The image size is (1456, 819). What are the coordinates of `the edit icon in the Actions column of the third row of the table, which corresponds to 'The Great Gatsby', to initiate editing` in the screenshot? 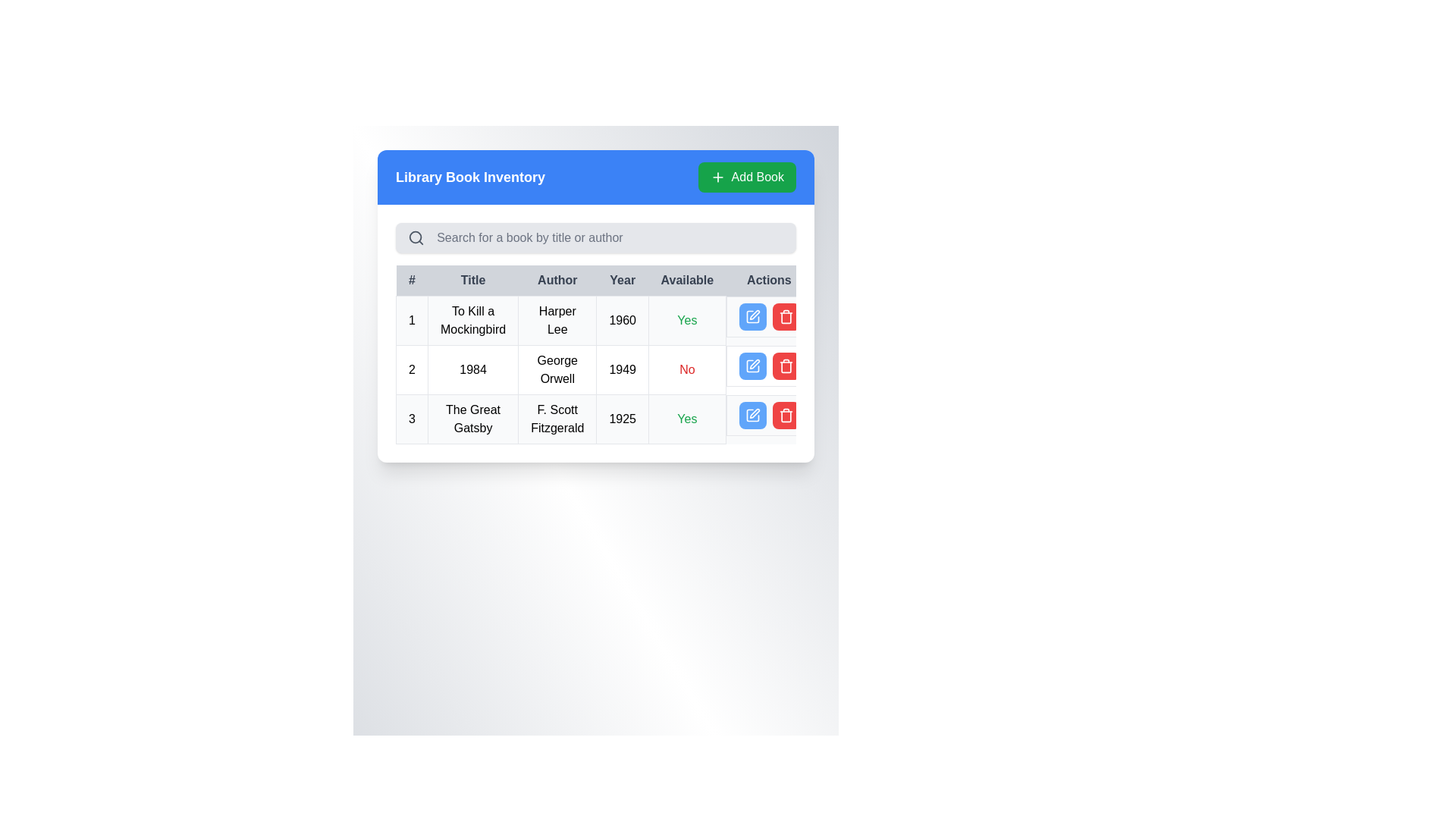 It's located at (752, 415).